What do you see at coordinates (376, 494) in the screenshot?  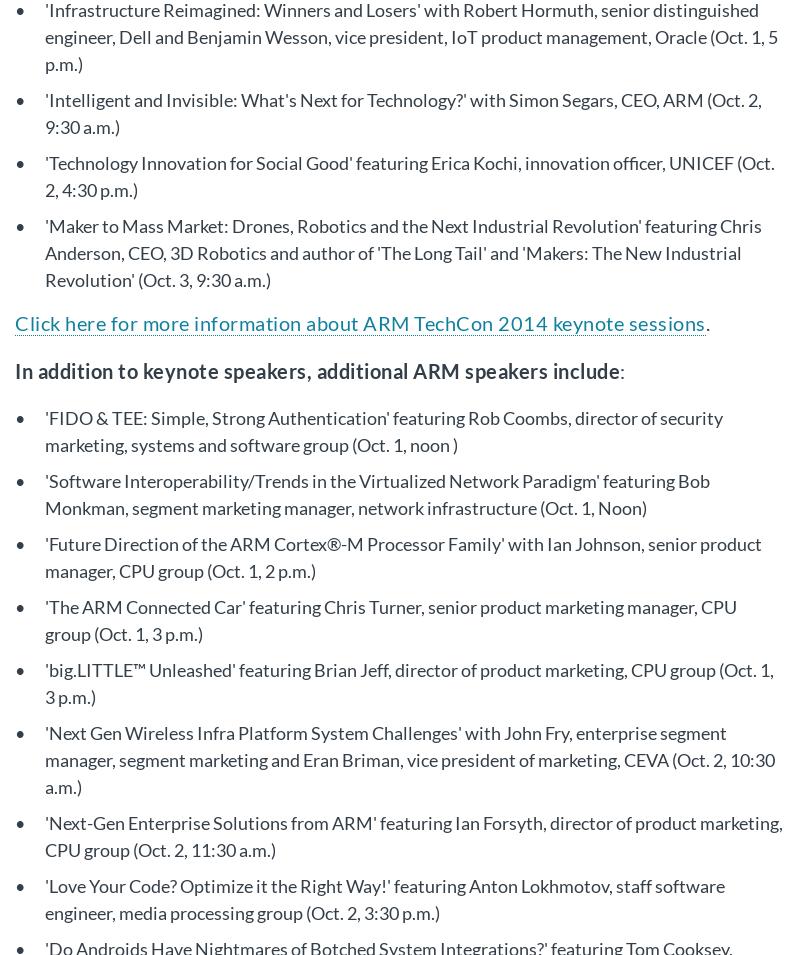 I see `''Software Interoperability/Trends in the Virtualized Network Paradigm' featuring Bob Monkman, segment marketing manager, network infrastructure (Oct. 1, Noon)'` at bounding box center [376, 494].